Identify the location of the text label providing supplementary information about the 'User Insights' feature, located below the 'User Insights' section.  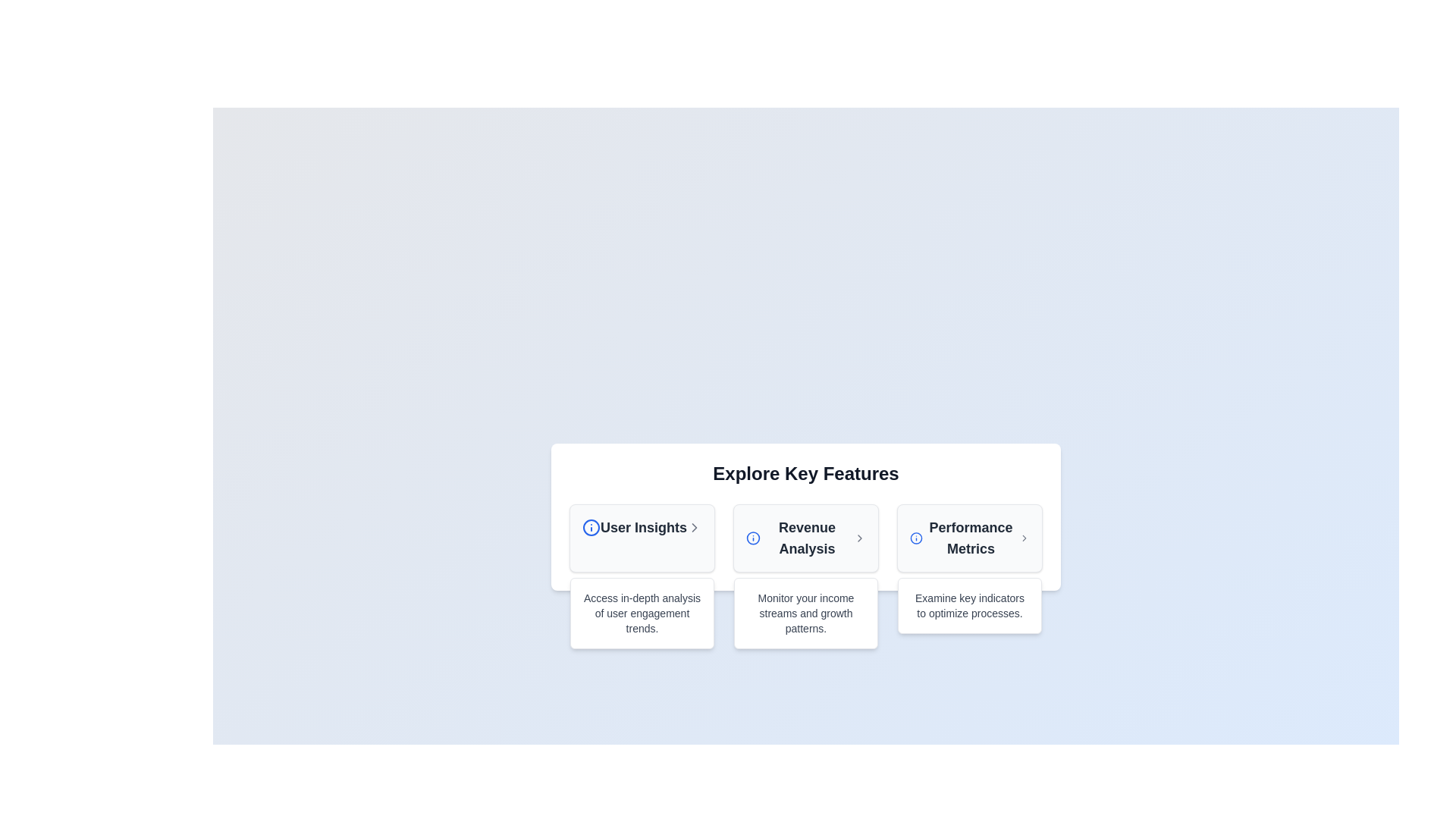
(642, 613).